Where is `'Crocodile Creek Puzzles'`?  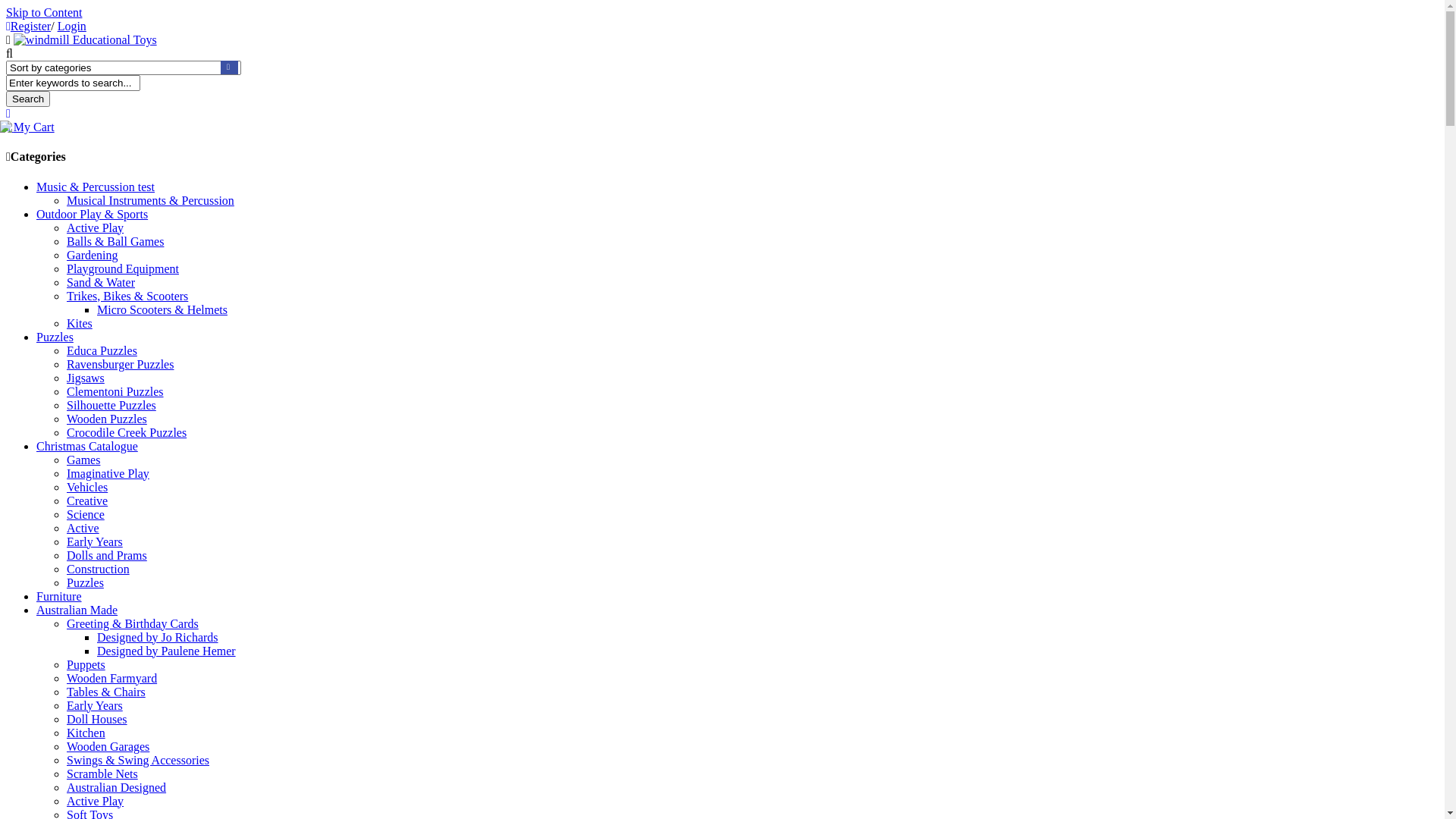 'Crocodile Creek Puzzles' is located at coordinates (127, 432).